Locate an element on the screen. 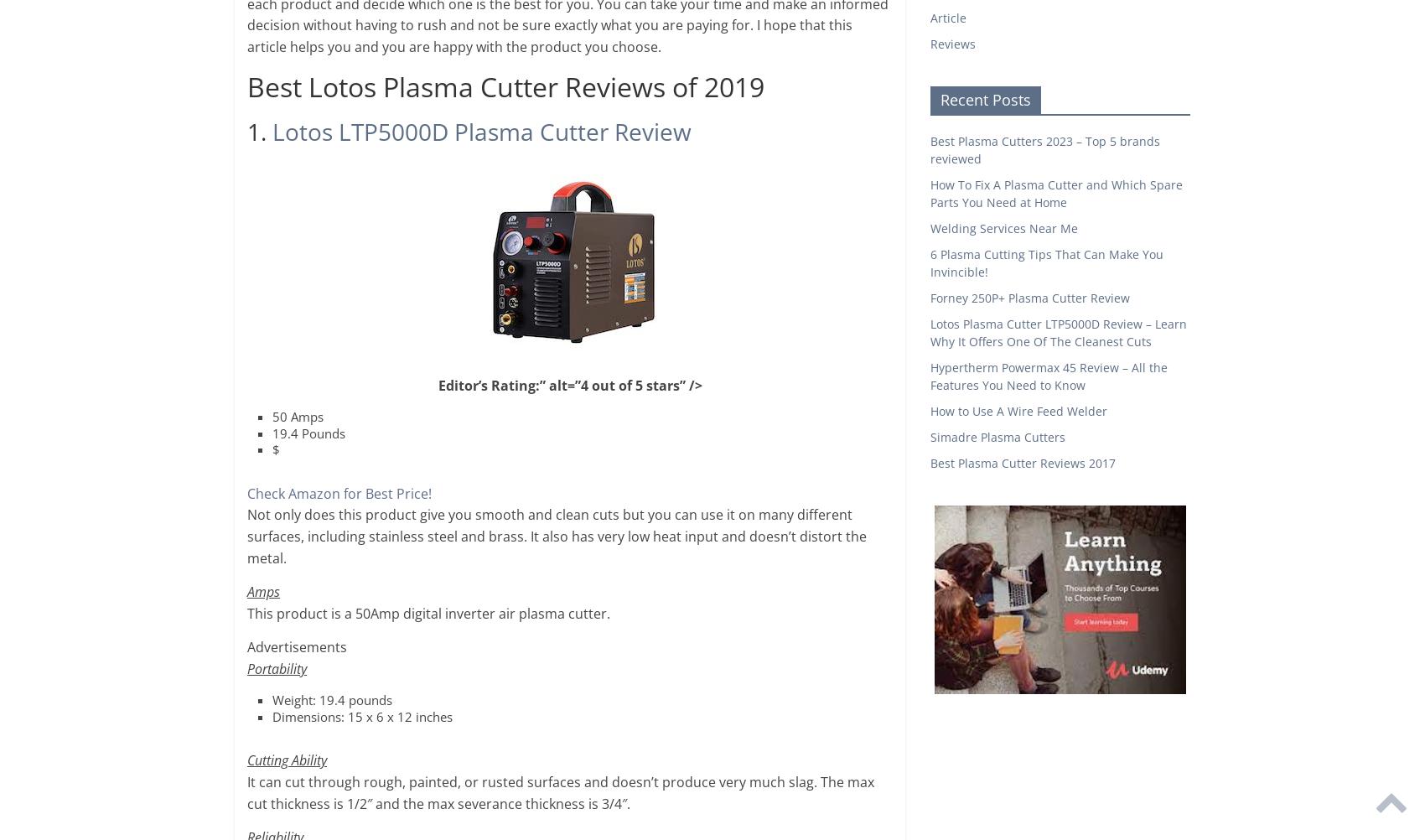 This screenshot has height=840, width=1425. 'Best Plasma Cutter Reviews 2017' is located at coordinates (1022, 463).